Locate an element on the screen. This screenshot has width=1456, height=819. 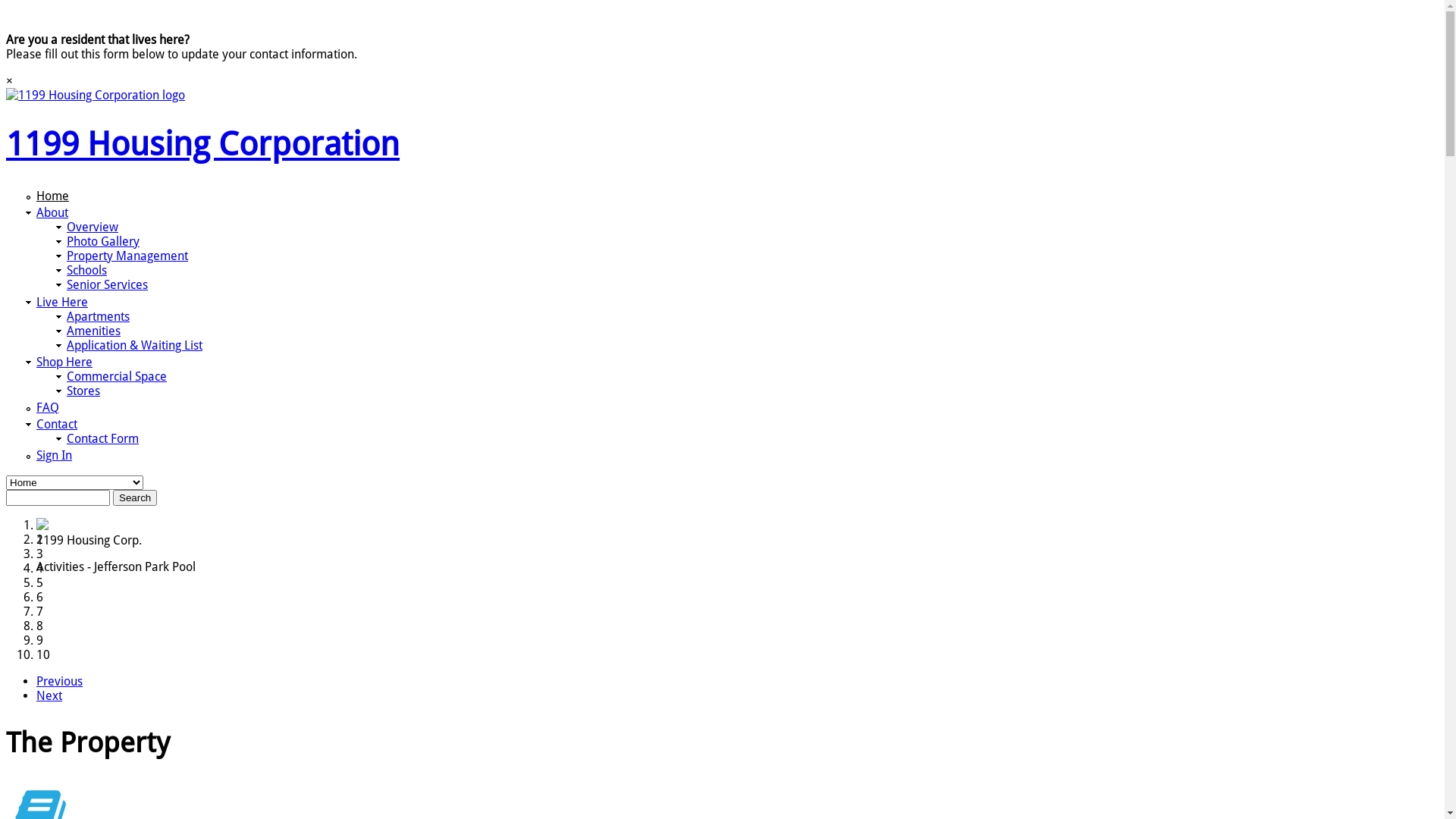
'10' is located at coordinates (36, 654).